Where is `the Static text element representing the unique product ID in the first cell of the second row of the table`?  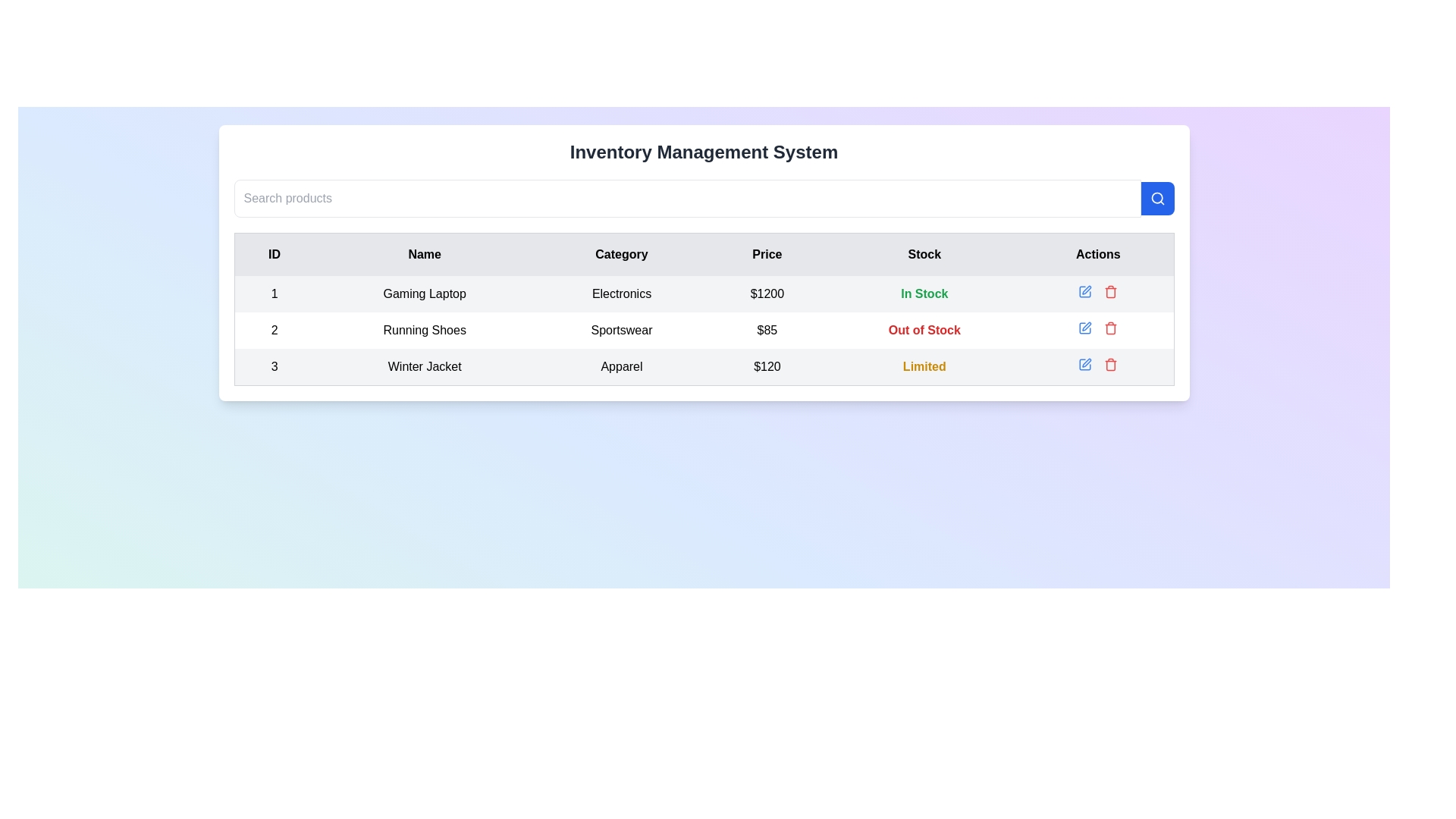
the Static text element representing the unique product ID in the first cell of the second row of the table is located at coordinates (274, 329).